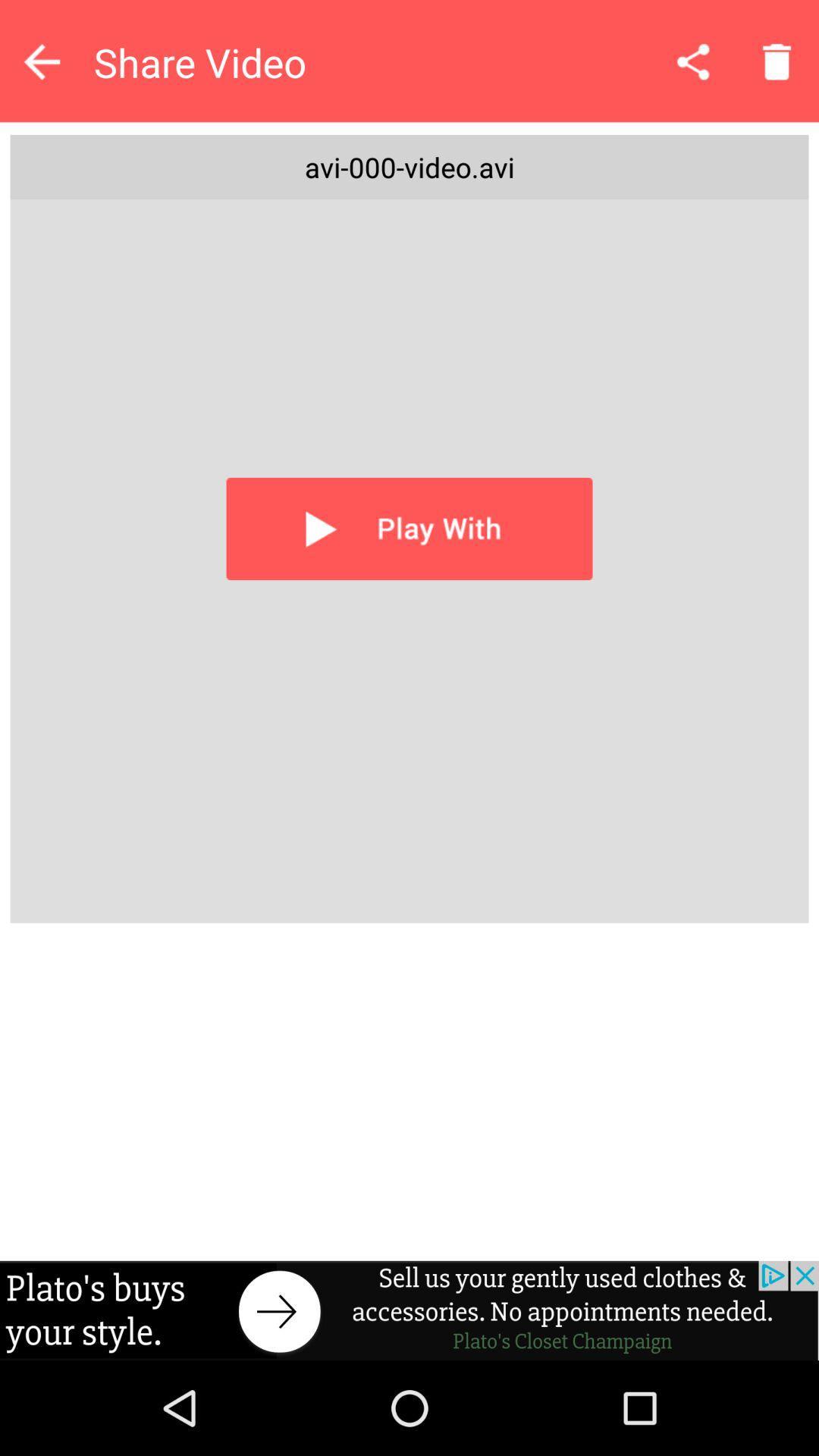 The width and height of the screenshot is (819, 1456). Describe the element at coordinates (777, 61) in the screenshot. I see `discard file` at that location.